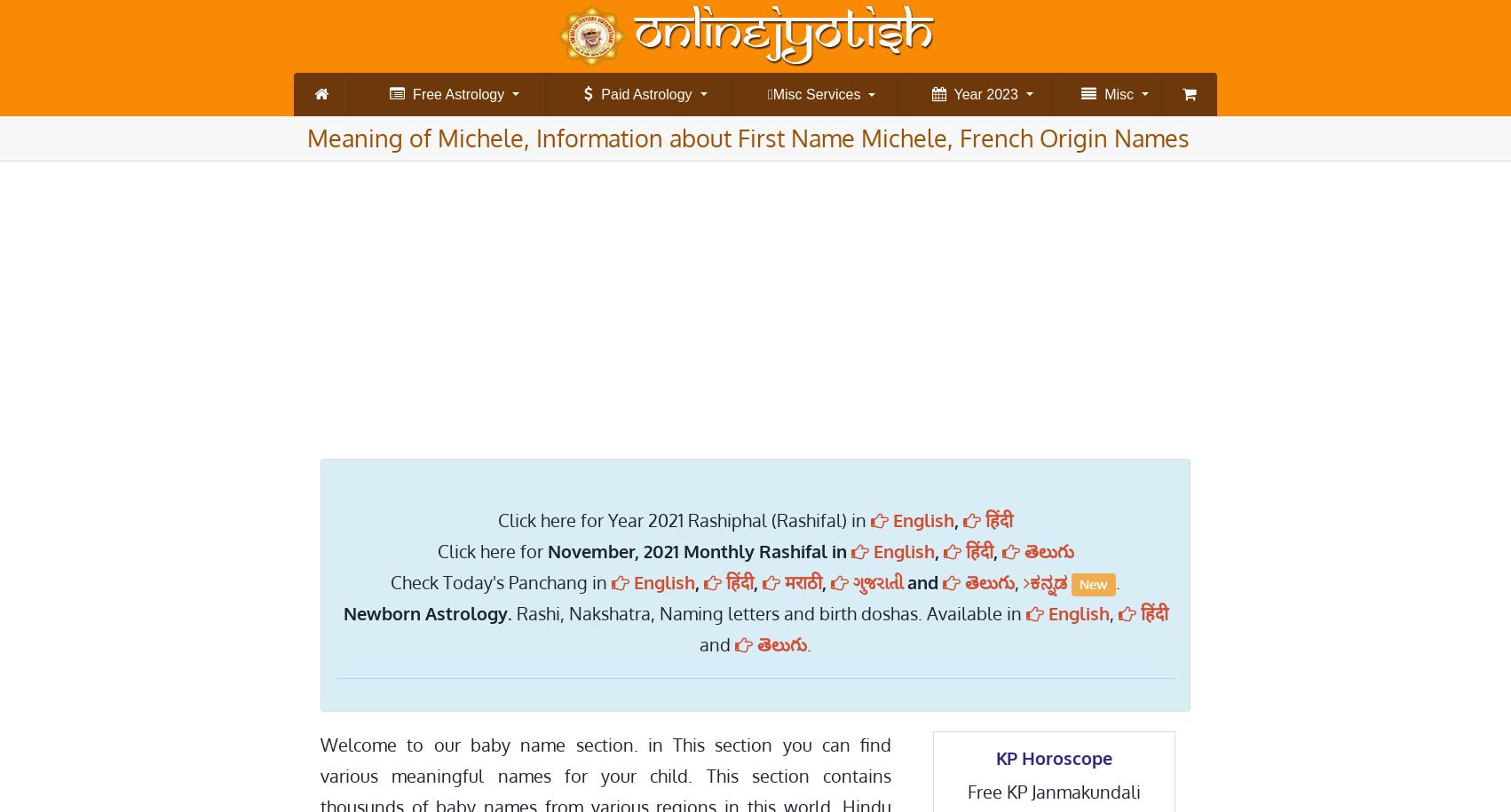 This screenshot has width=1511, height=812. I want to click on 'સ્ટાર મેચિંગ (Star Match)', so click(1085, 213).